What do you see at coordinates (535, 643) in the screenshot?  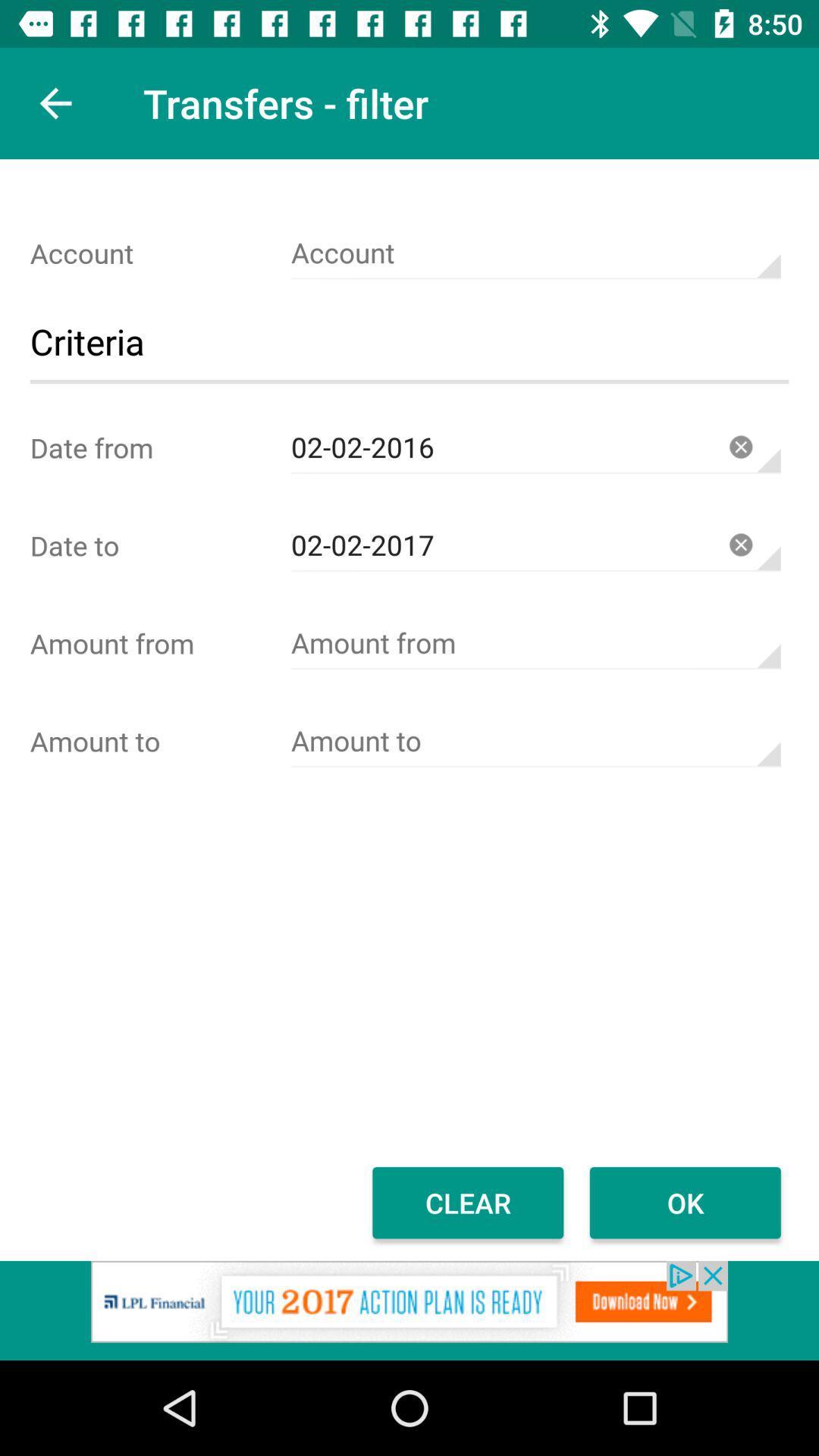 I see `account` at bounding box center [535, 643].